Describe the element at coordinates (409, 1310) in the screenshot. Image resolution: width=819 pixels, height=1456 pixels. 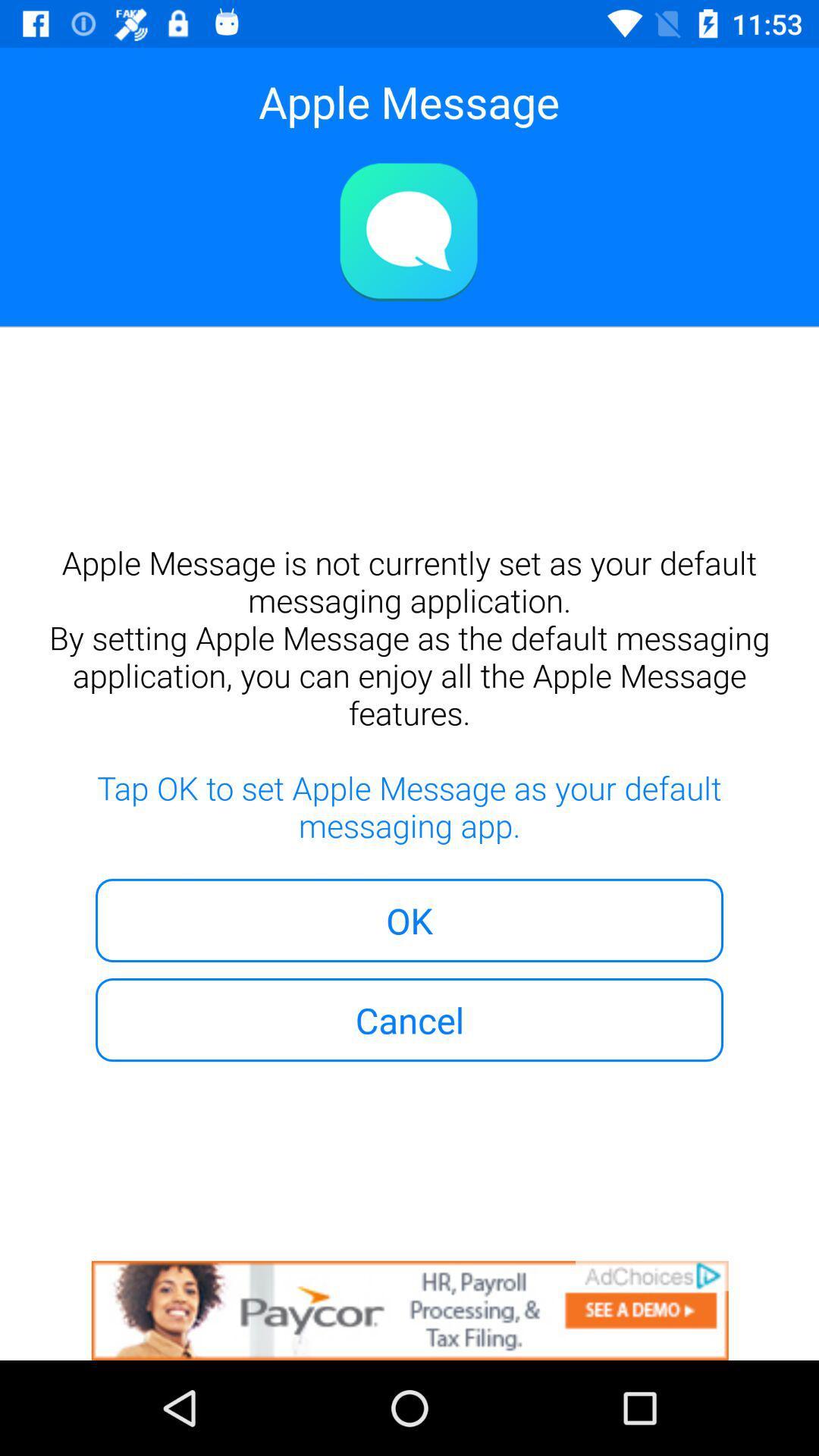
I see `advertisement` at that location.